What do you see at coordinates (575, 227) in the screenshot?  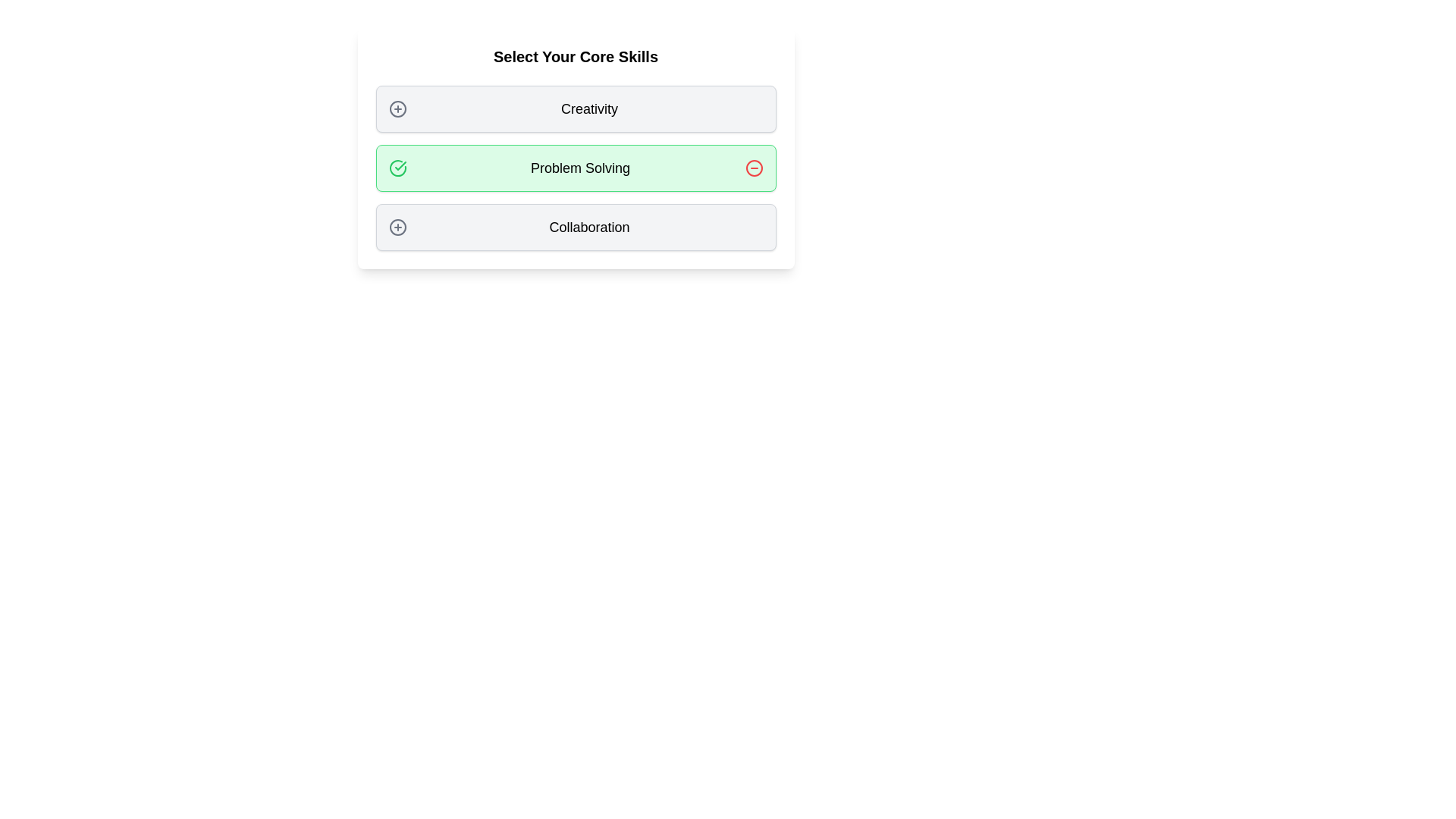 I see `the tag Collaboration to toggle its selection state` at bounding box center [575, 227].